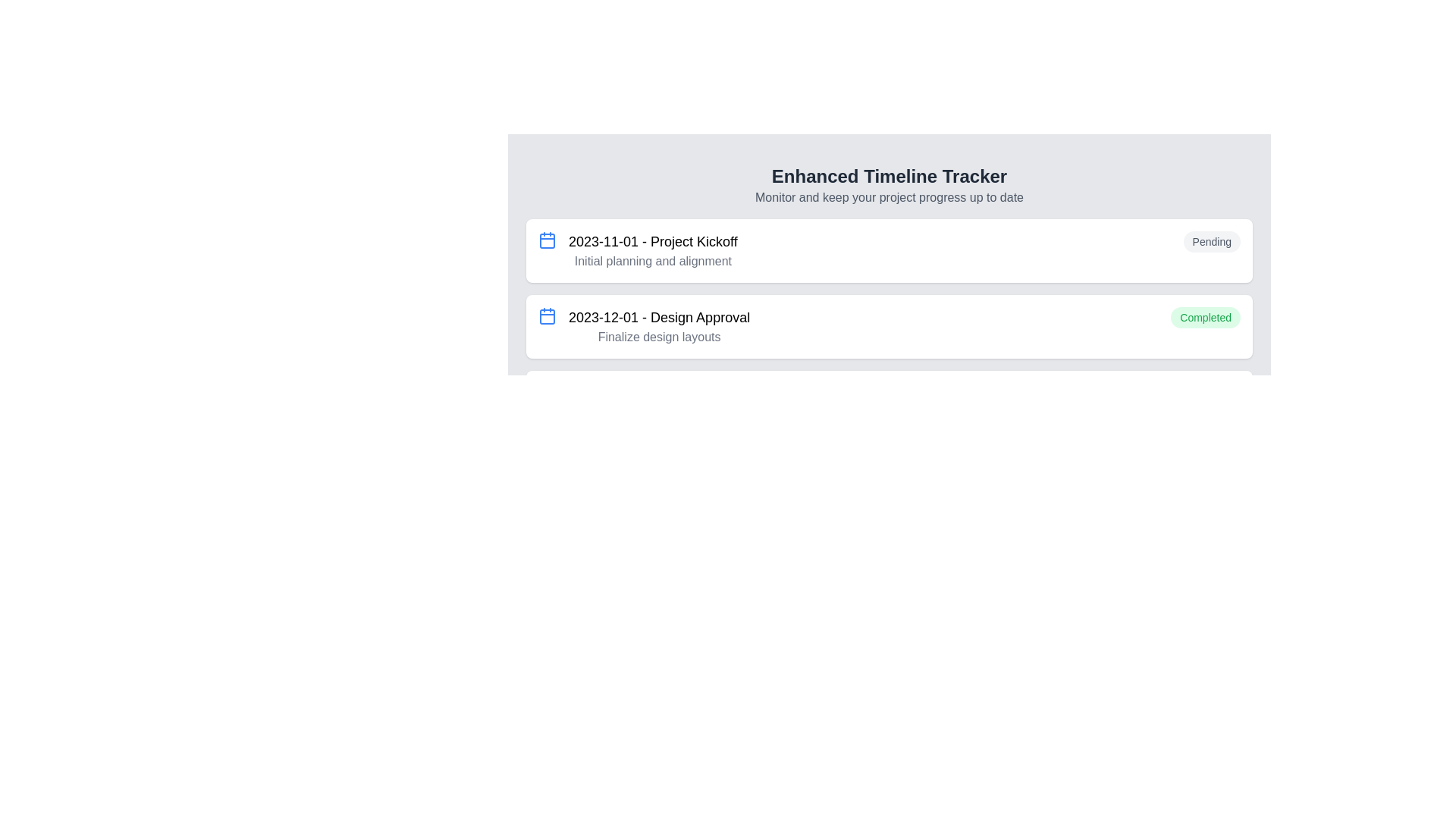  Describe the element at coordinates (659, 336) in the screenshot. I see `the descriptive text label located beneath the title '2023-12-01 - Design Approval' in the second timeline entry` at that location.